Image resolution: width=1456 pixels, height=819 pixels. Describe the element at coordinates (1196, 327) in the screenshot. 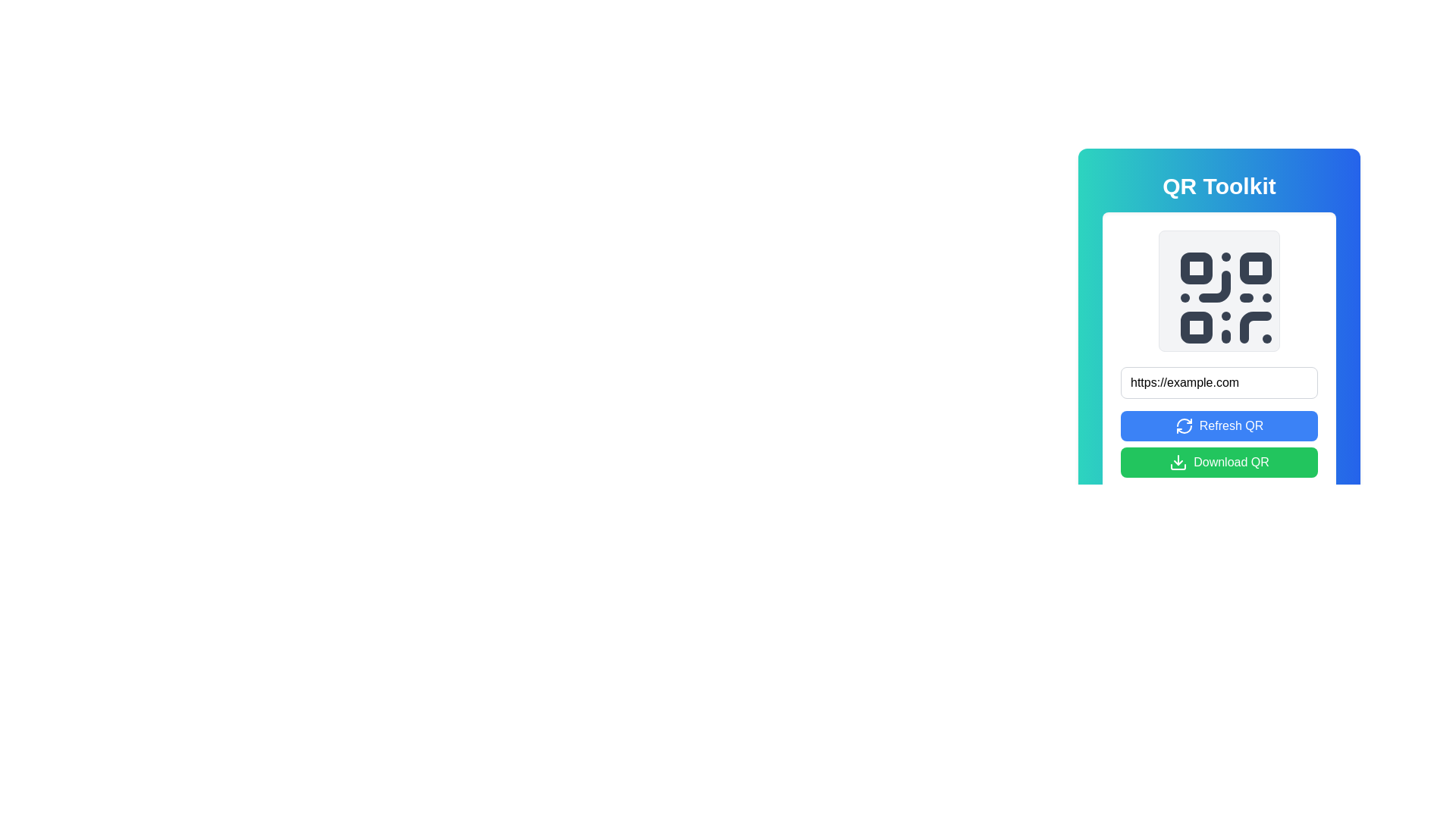

I see `the bottom-left square block of the QR code graphic, which is a key structural component for its recognition by scanning devices` at that location.